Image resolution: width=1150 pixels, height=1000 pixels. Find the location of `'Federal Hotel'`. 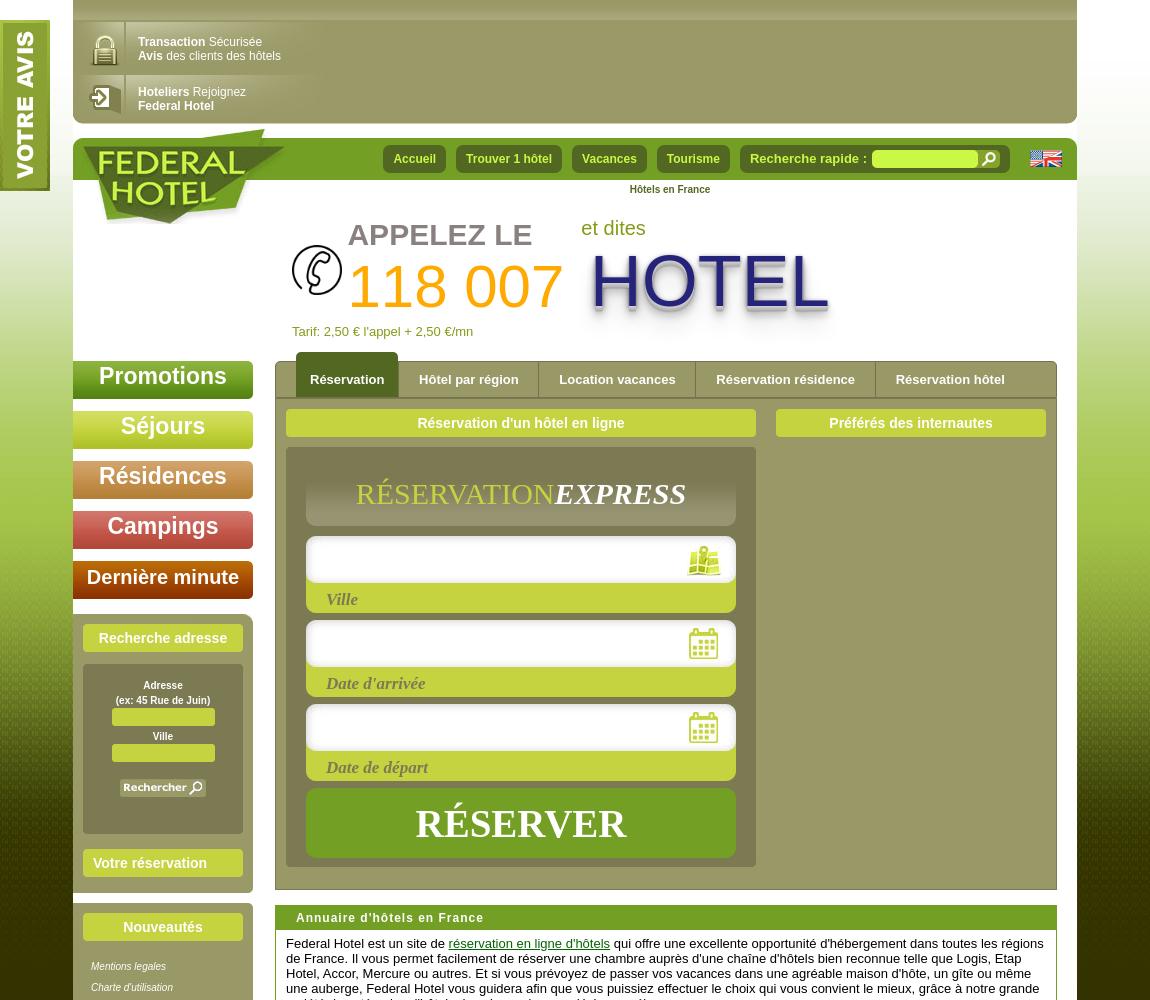

'Federal Hotel' is located at coordinates (174, 105).